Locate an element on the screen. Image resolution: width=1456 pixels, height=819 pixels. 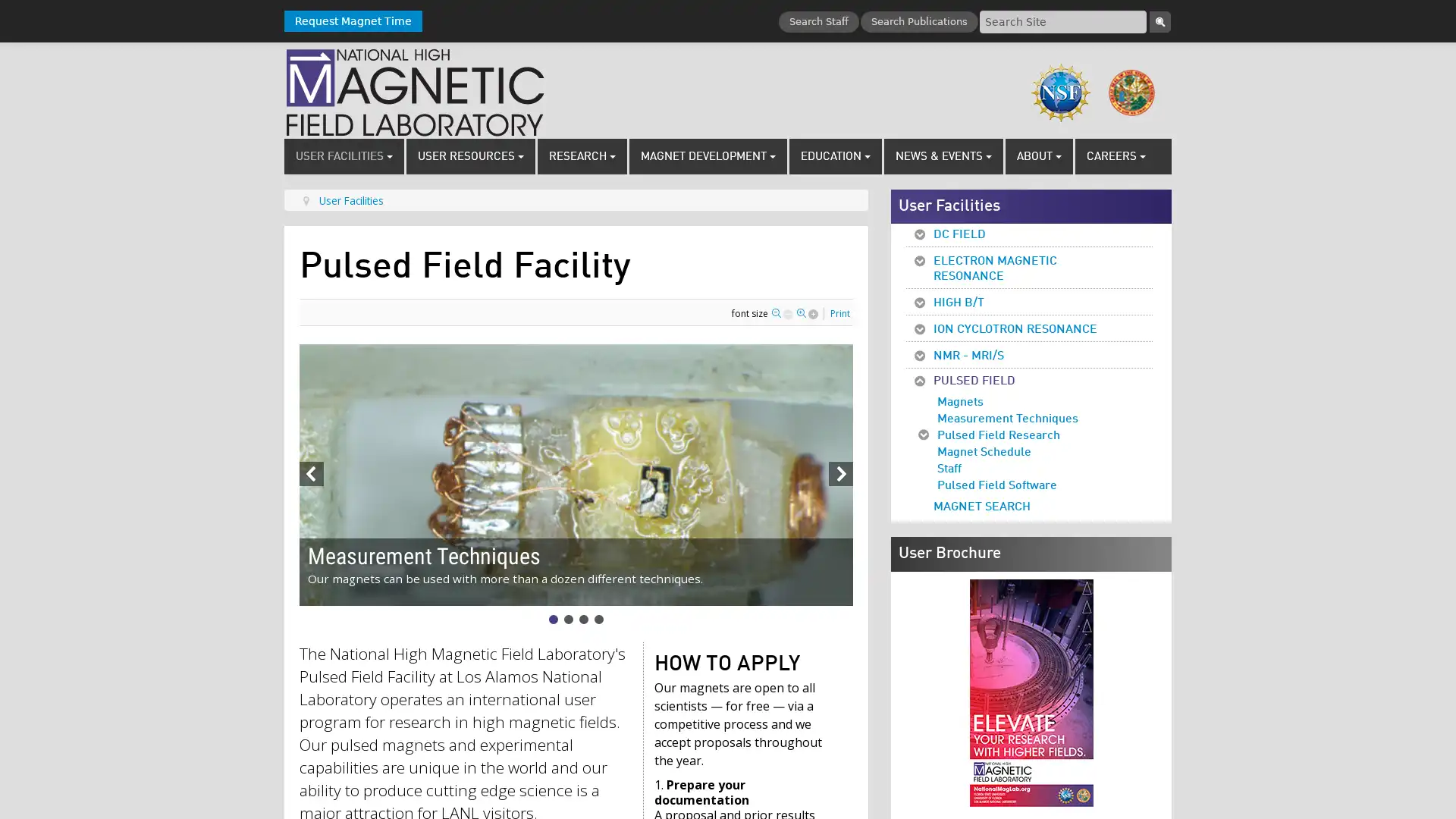
Search Staff is located at coordinates (818, 22).